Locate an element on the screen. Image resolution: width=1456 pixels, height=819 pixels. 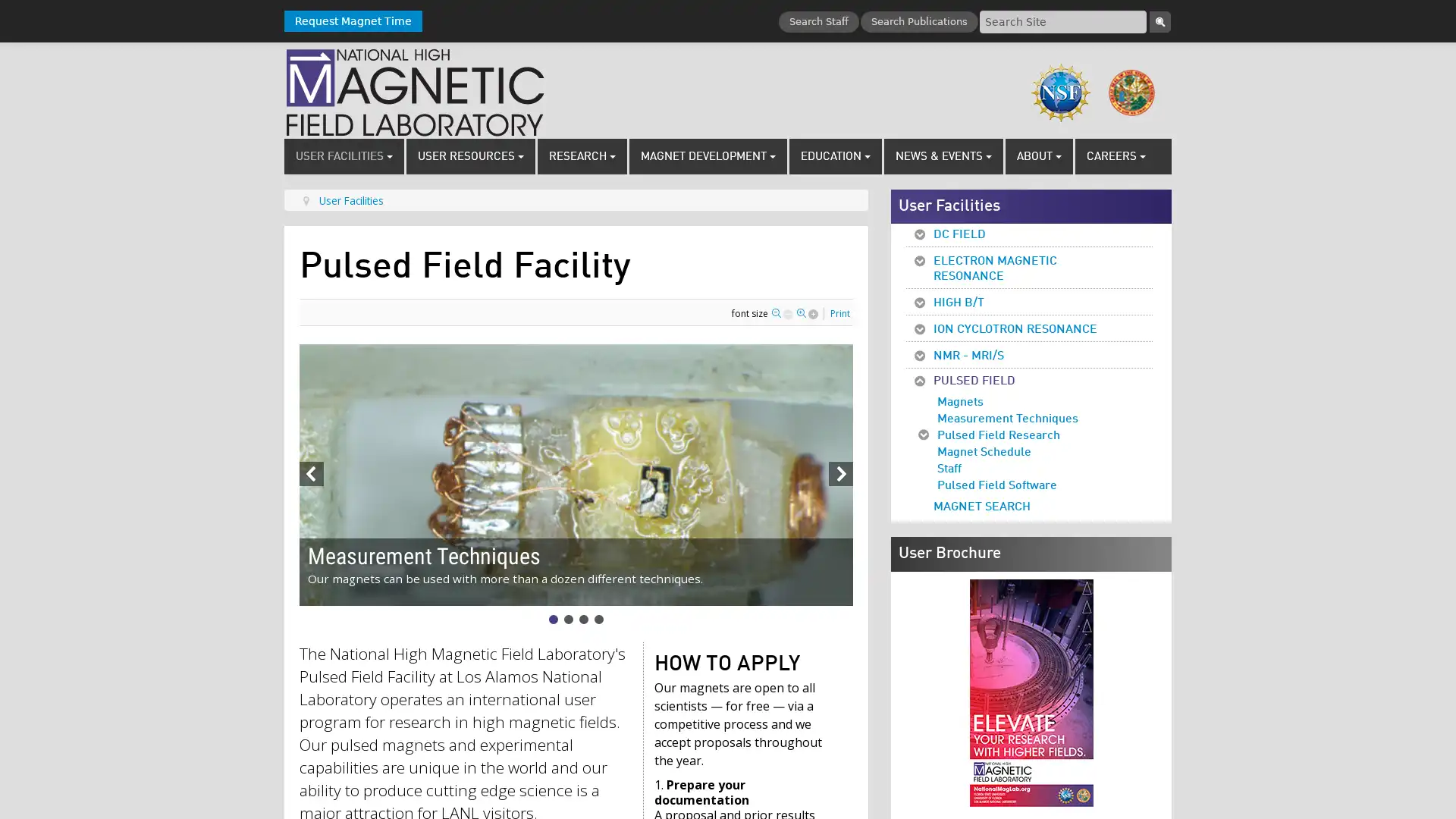
Search Staff is located at coordinates (818, 22).